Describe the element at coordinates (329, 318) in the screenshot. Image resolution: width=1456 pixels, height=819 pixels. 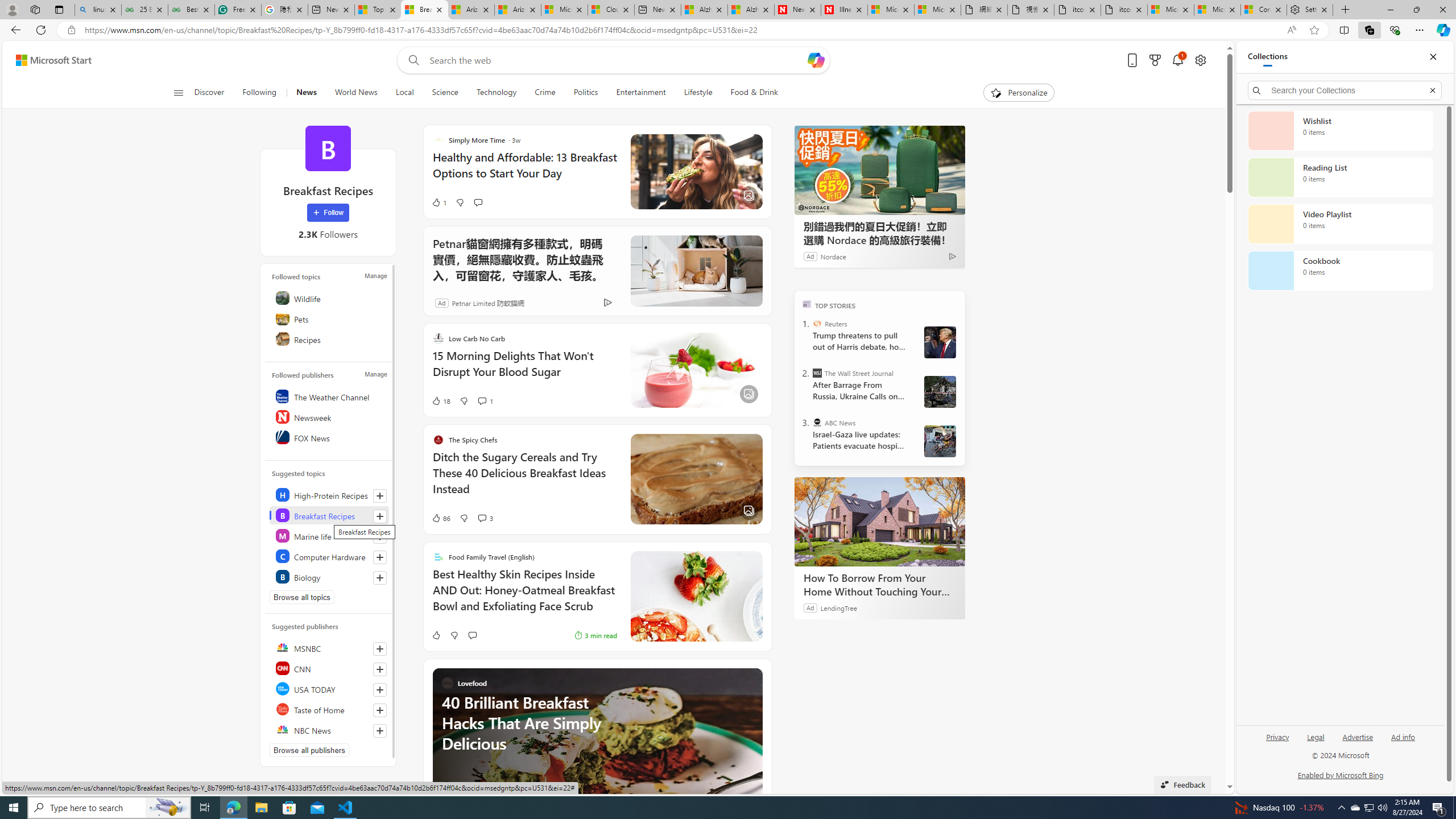
I see `'Pets'` at that location.